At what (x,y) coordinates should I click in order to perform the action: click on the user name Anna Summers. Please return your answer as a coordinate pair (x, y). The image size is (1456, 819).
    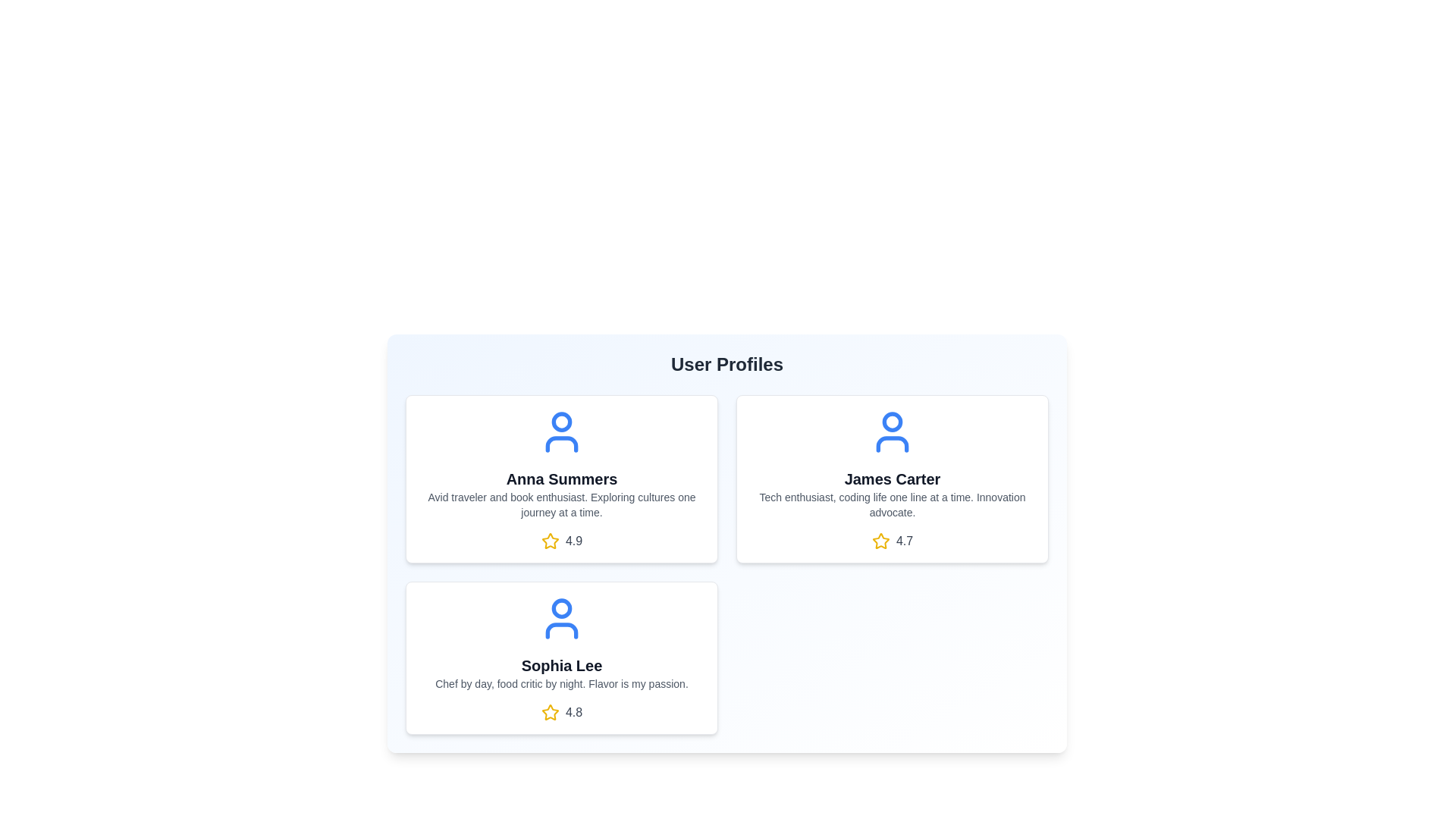
    Looking at the image, I should click on (560, 479).